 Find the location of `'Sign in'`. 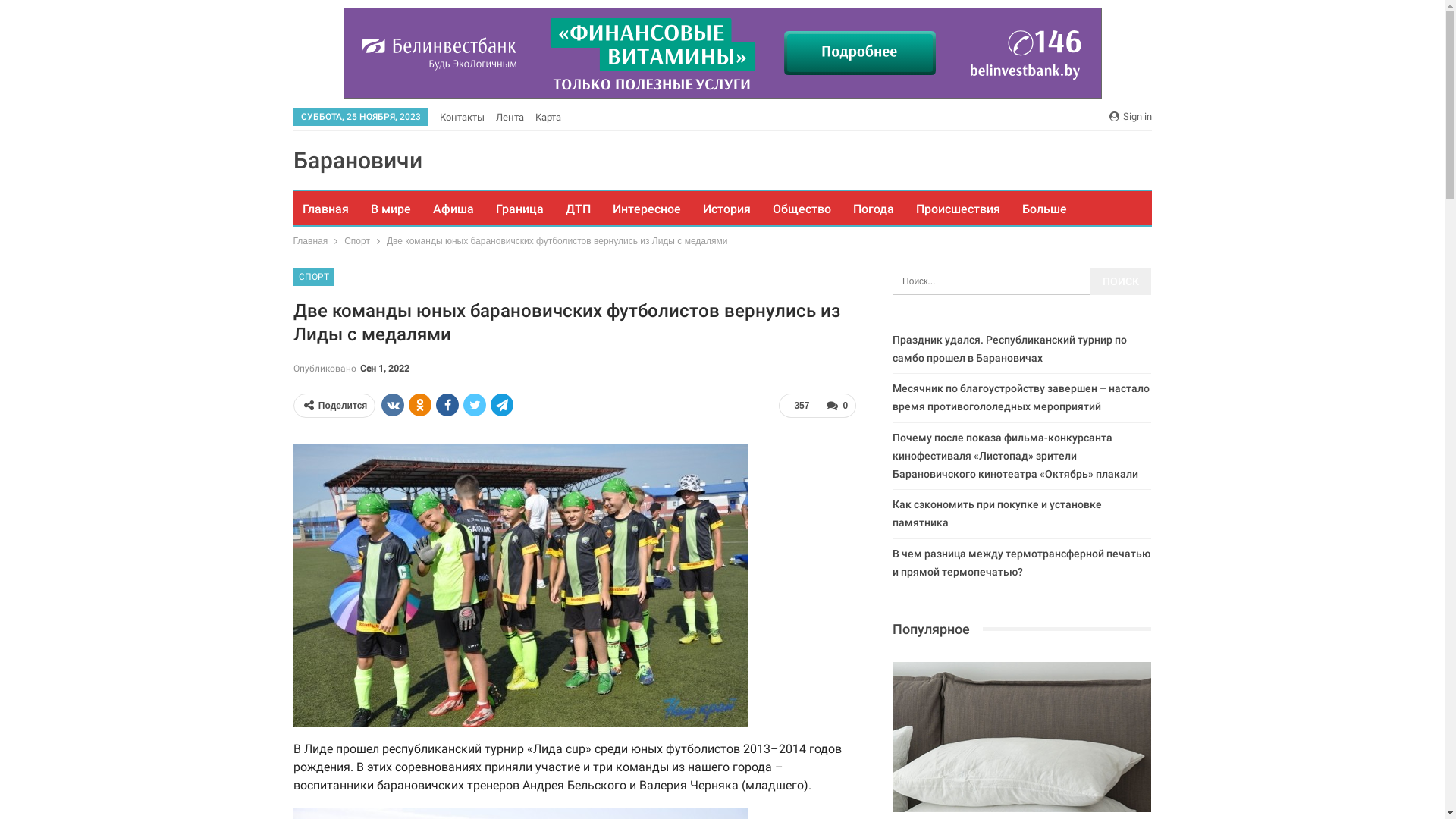

'Sign in' is located at coordinates (1129, 116).